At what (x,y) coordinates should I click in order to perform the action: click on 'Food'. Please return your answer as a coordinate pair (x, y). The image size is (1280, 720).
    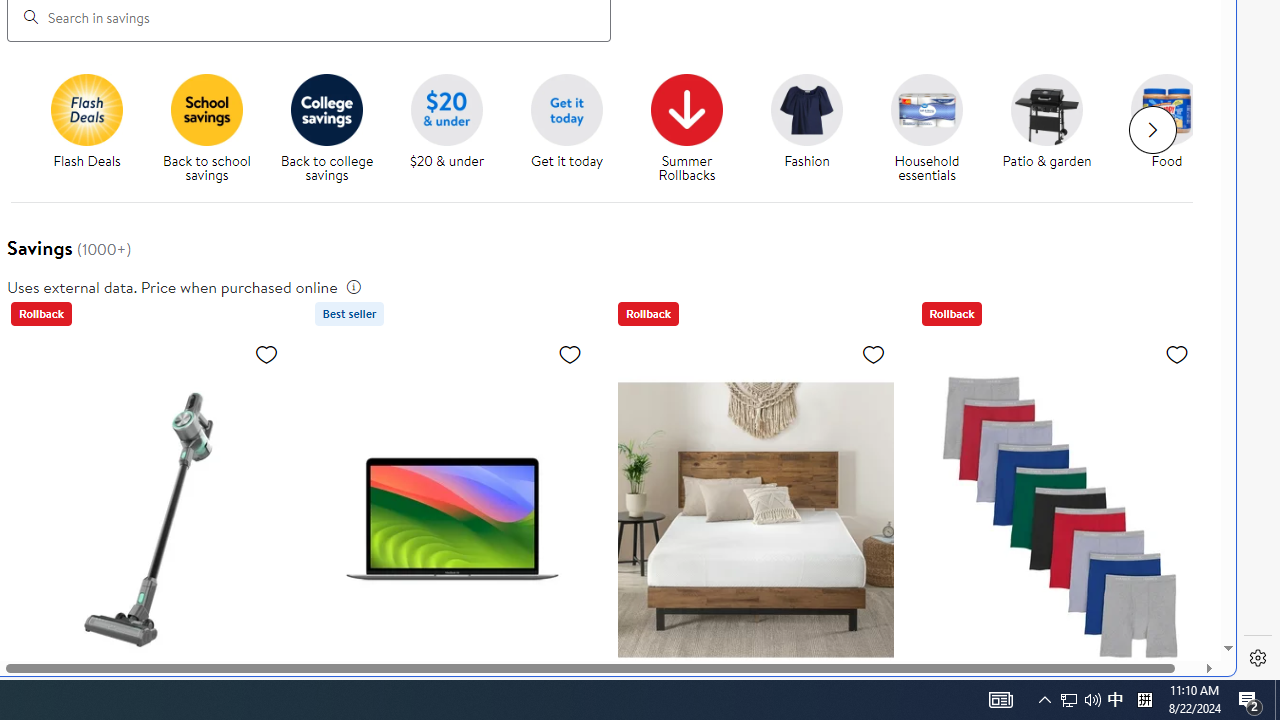
    Looking at the image, I should click on (1175, 129).